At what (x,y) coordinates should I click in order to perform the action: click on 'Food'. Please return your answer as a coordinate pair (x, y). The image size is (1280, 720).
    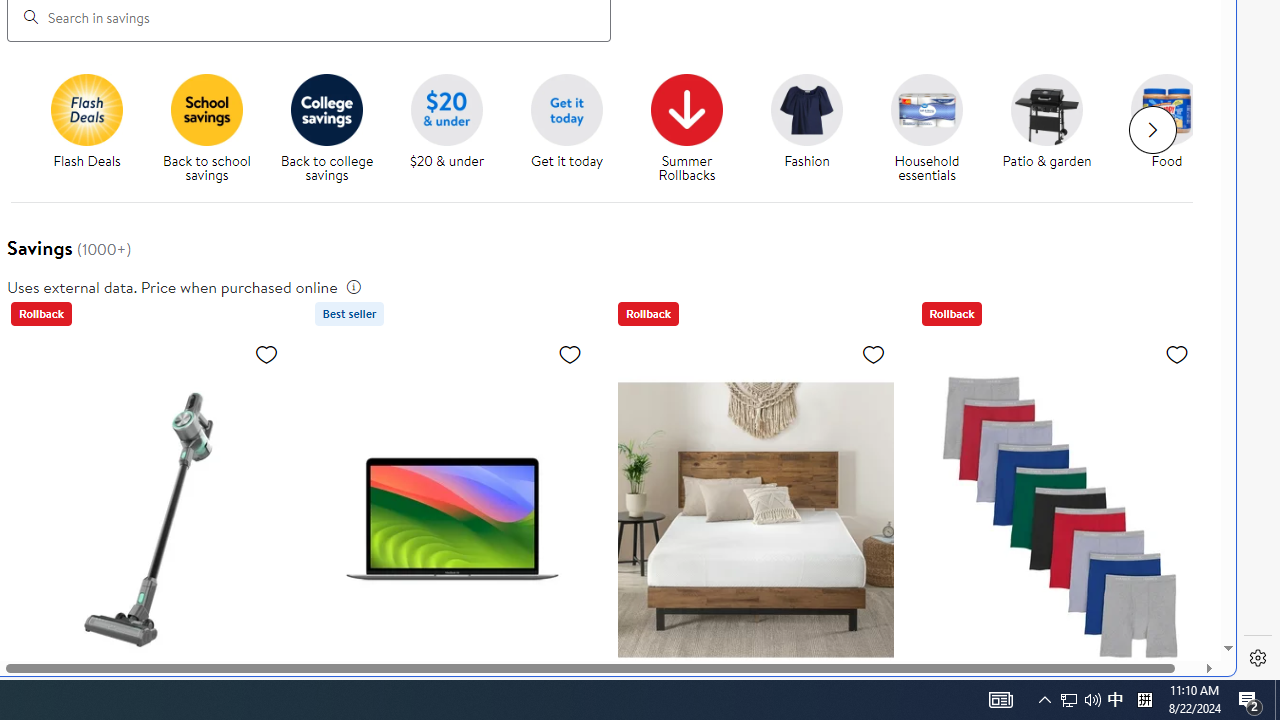
    Looking at the image, I should click on (1175, 129).